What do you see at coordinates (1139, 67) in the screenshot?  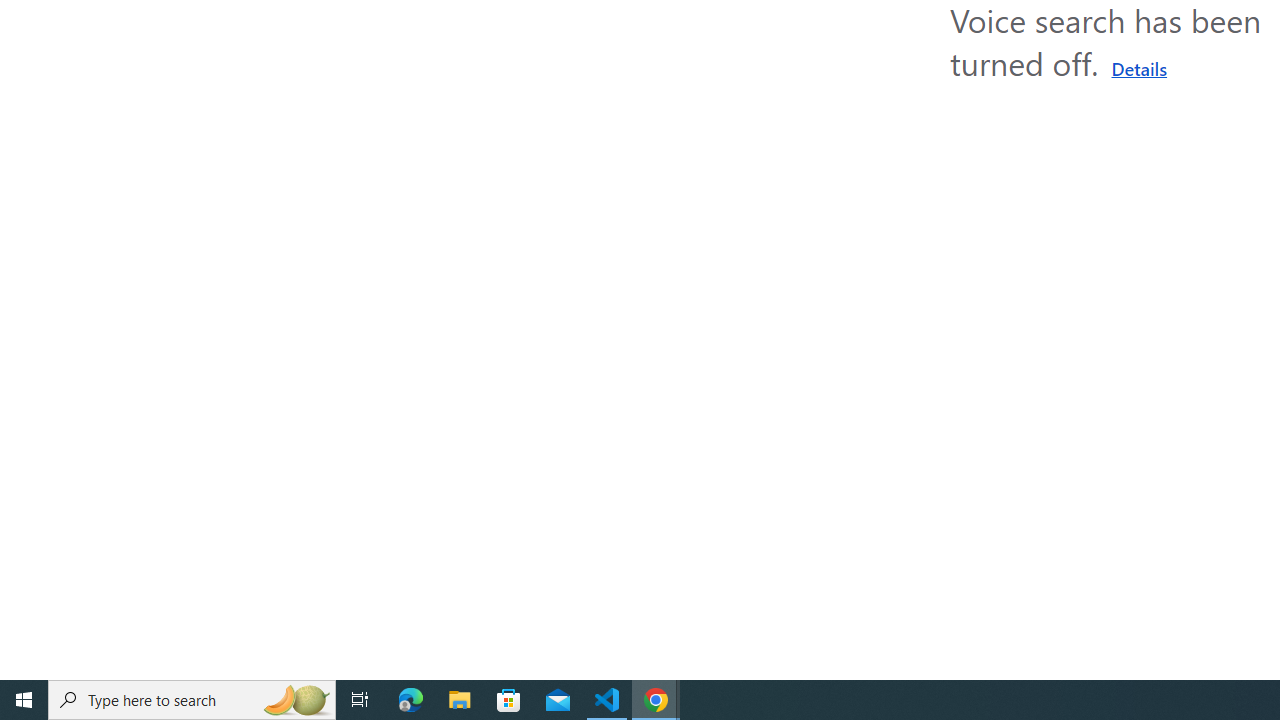 I see `'Learn more about using a microphone'` at bounding box center [1139, 67].